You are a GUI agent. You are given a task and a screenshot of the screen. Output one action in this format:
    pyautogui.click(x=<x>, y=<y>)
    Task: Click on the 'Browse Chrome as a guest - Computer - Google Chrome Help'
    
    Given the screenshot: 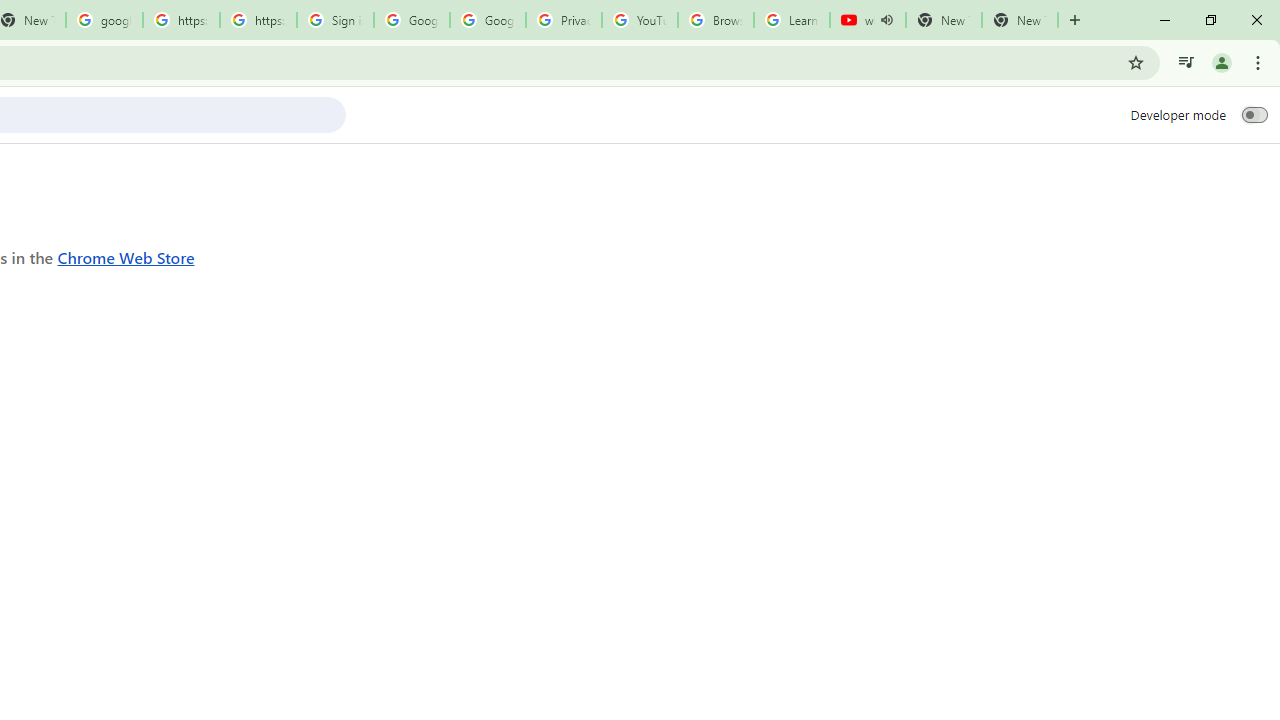 What is the action you would take?
    pyautogui.click(x=716, y=20)
    